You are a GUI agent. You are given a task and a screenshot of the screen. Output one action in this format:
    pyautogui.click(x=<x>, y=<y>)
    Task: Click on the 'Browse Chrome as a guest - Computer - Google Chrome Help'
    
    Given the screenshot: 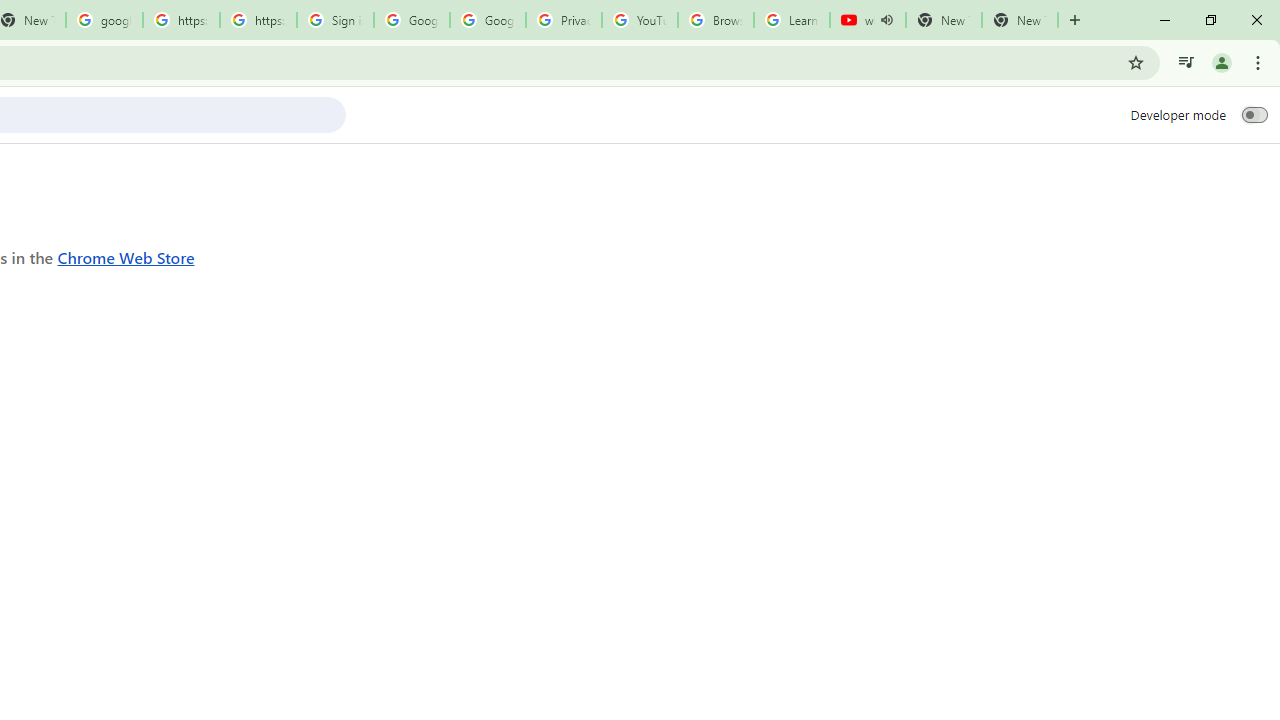 What is the action you would take?
    pyautogui.click(x=716, y=20)
    